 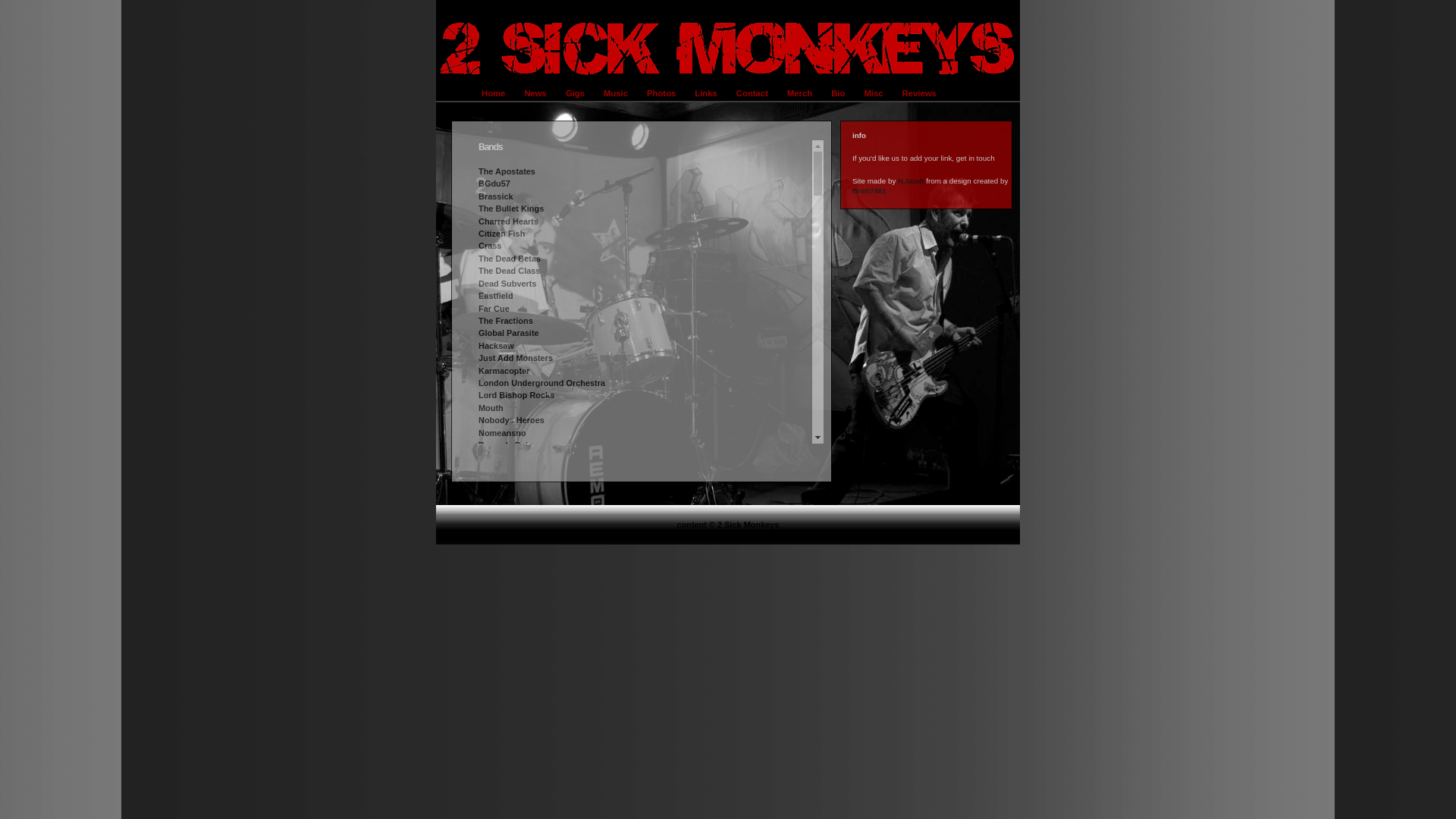 What do you see at coordinates (754, 93) in the screenshot?
I see `'Contact'` at bounding box center [754, 93].